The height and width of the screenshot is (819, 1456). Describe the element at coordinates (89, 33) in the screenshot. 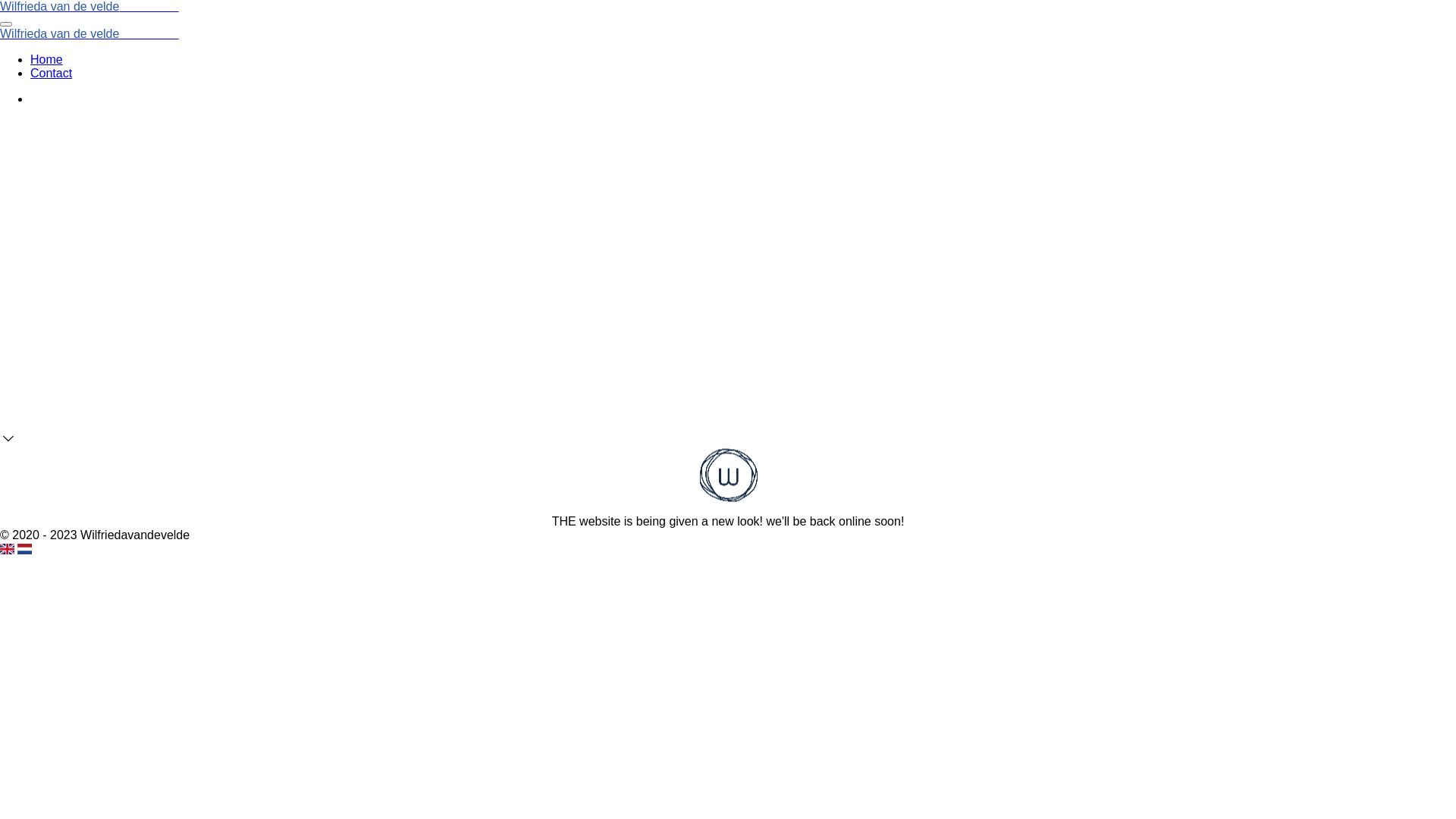

I see `'Wilfrieda van de velden De Velde'` at that location.